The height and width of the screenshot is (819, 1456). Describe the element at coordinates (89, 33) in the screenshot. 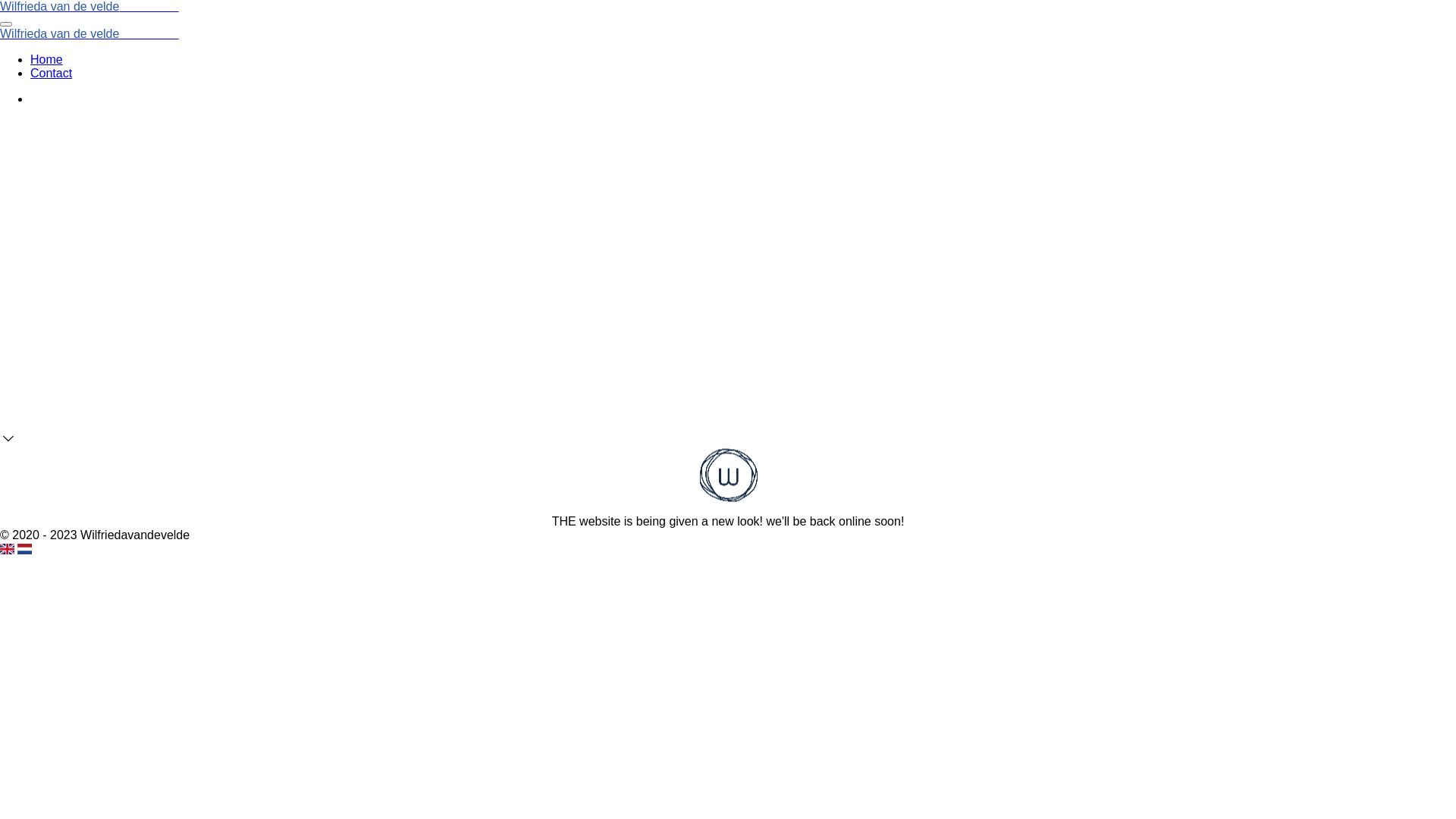

I see `'Wilfrieda van de velden De Velde'` at that location.